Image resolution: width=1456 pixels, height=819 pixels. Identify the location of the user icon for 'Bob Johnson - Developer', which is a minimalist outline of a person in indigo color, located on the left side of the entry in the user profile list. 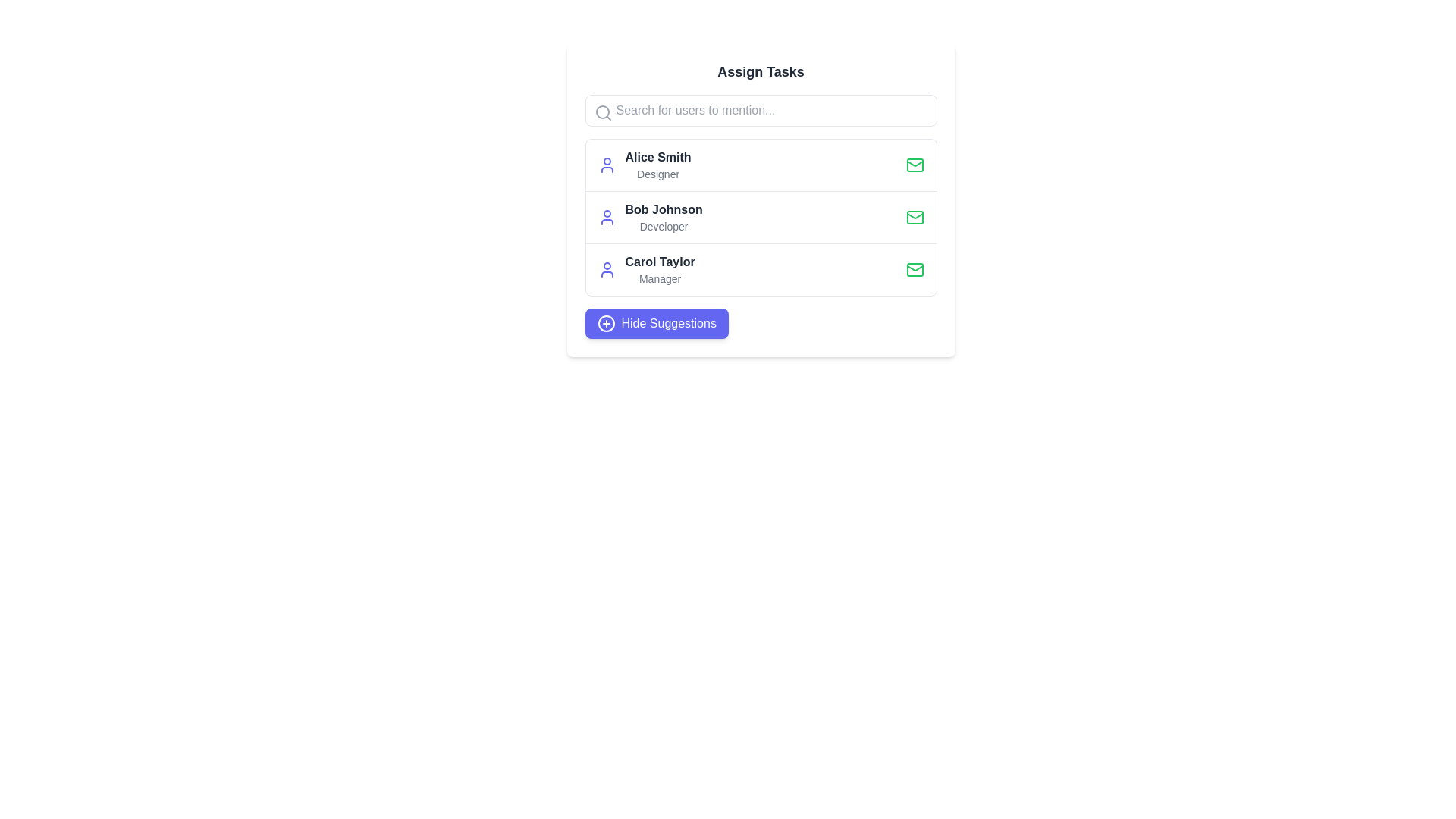
(607, 217).